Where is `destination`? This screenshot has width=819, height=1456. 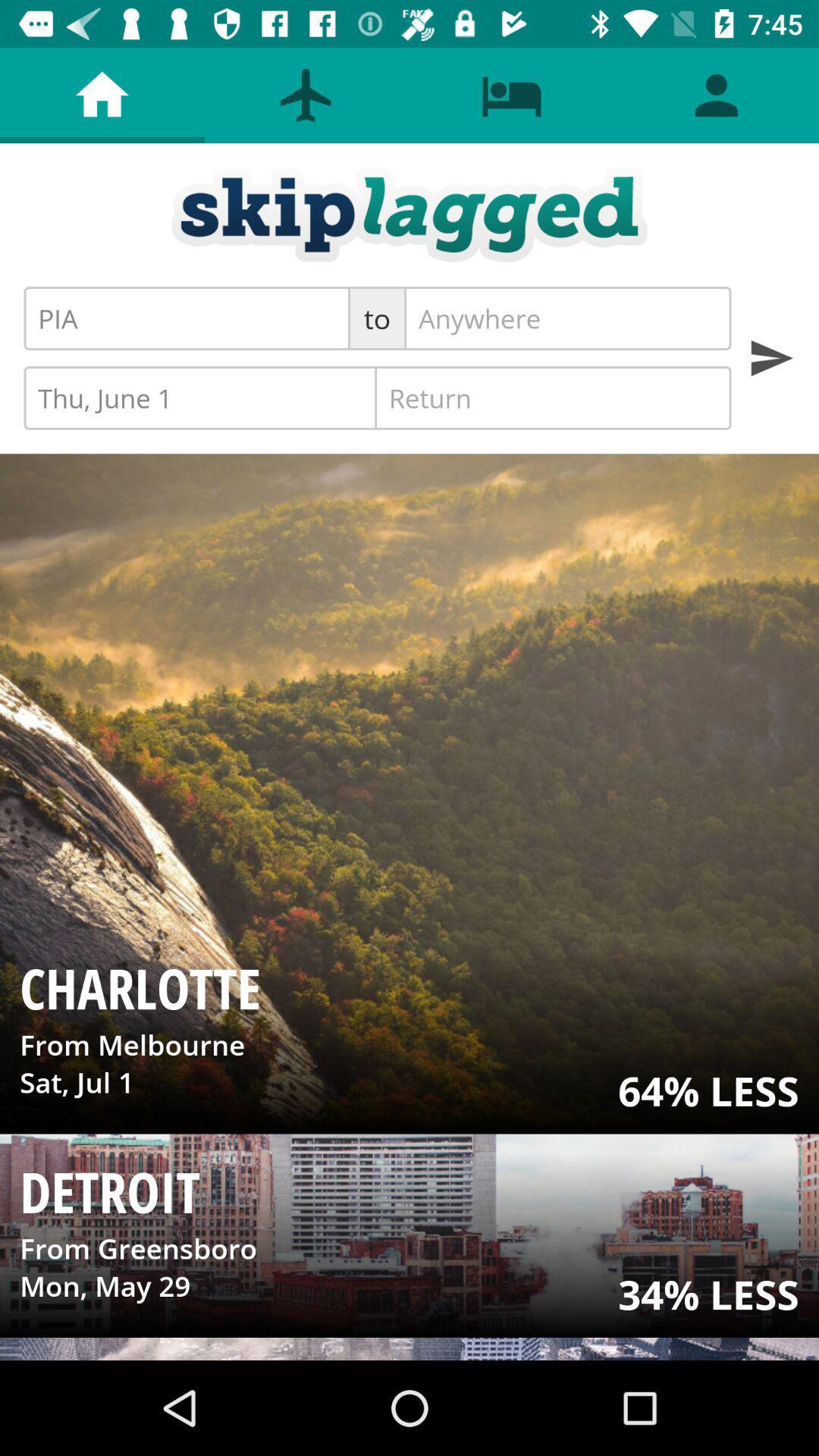
destination is located at coordinates (567, 318).